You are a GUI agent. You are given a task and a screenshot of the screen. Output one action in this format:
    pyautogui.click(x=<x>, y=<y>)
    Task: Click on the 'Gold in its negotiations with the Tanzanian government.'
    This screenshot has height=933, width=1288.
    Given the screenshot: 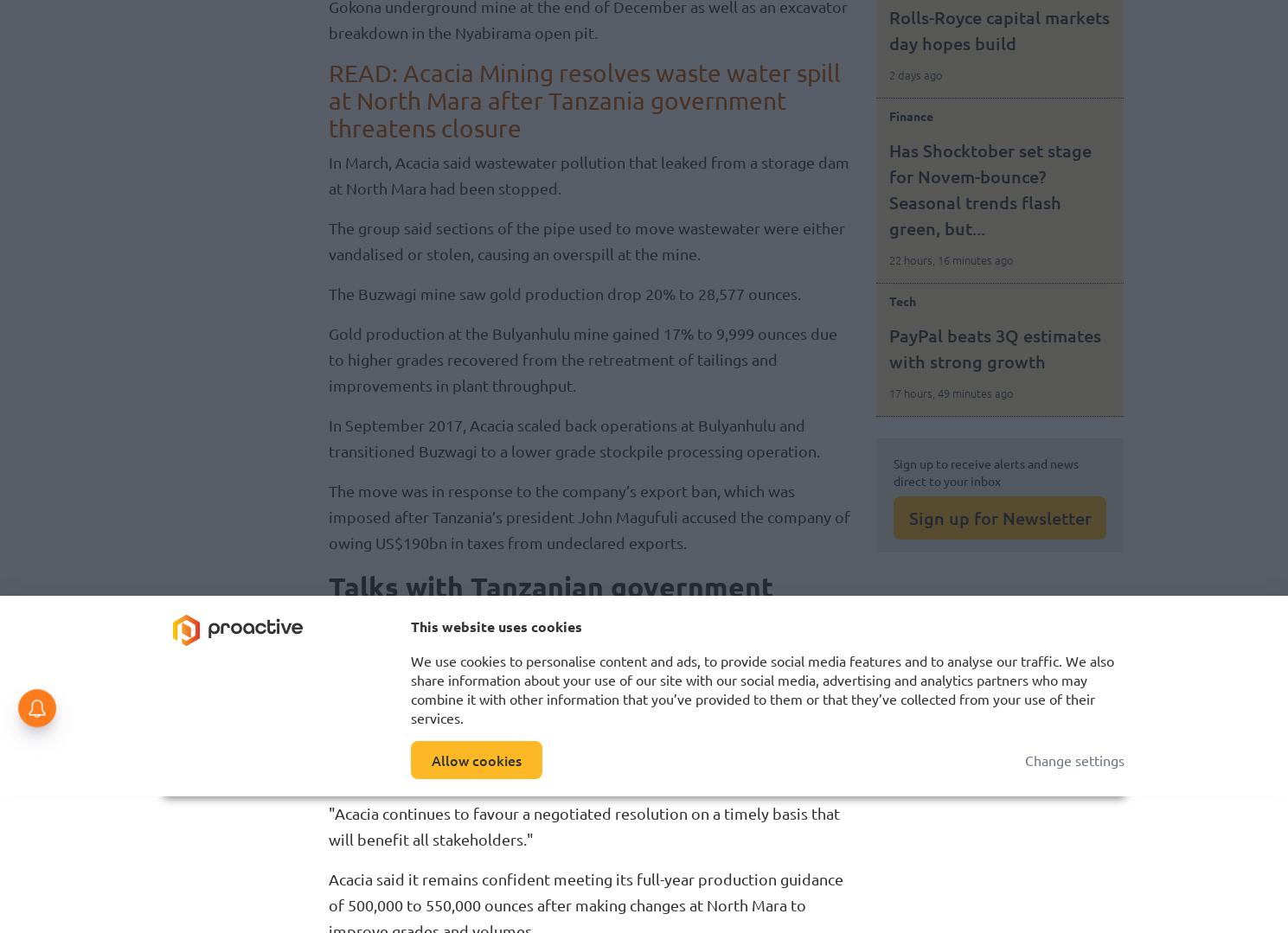 What is the action you would take?
    pyautogui.click(x=640, y=681)
    